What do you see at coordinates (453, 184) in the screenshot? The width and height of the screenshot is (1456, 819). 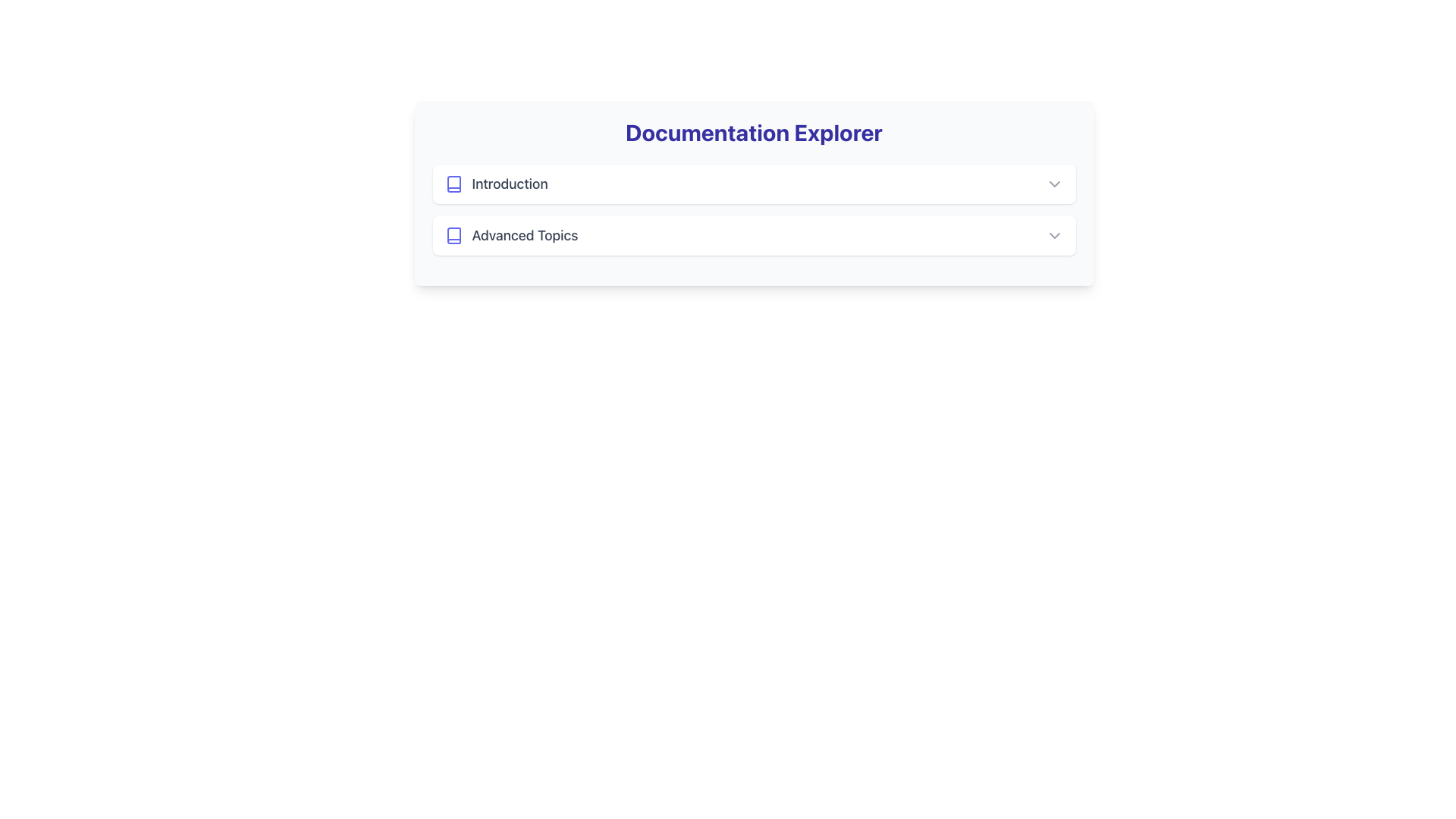 I see `the blue book icon in the Documentation Explorer section, located in the Introduction list item` at bounding box center [453, 184].